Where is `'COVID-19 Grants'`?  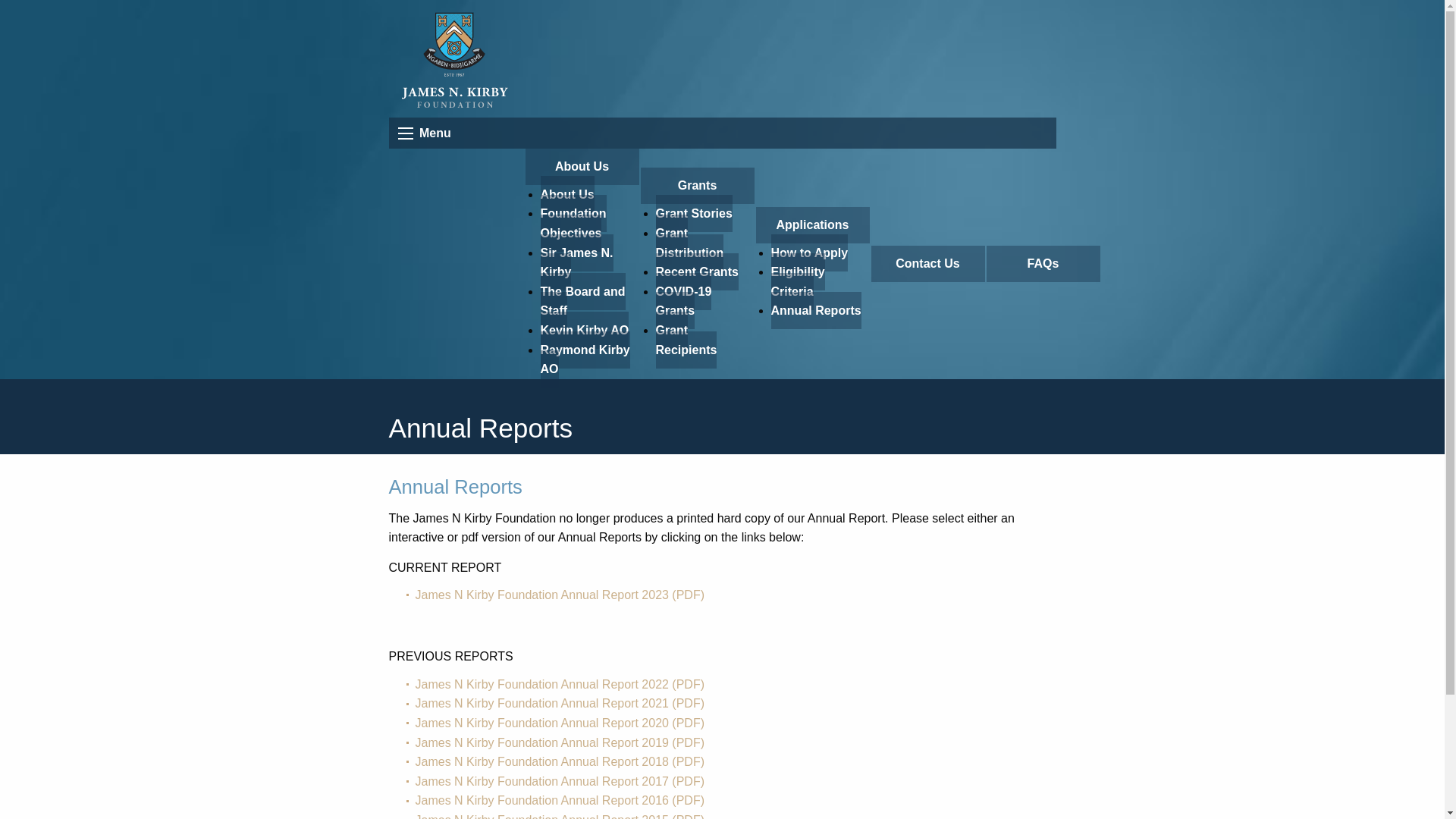 'COVID-19 Grants' is located at coordinates (682, 301).